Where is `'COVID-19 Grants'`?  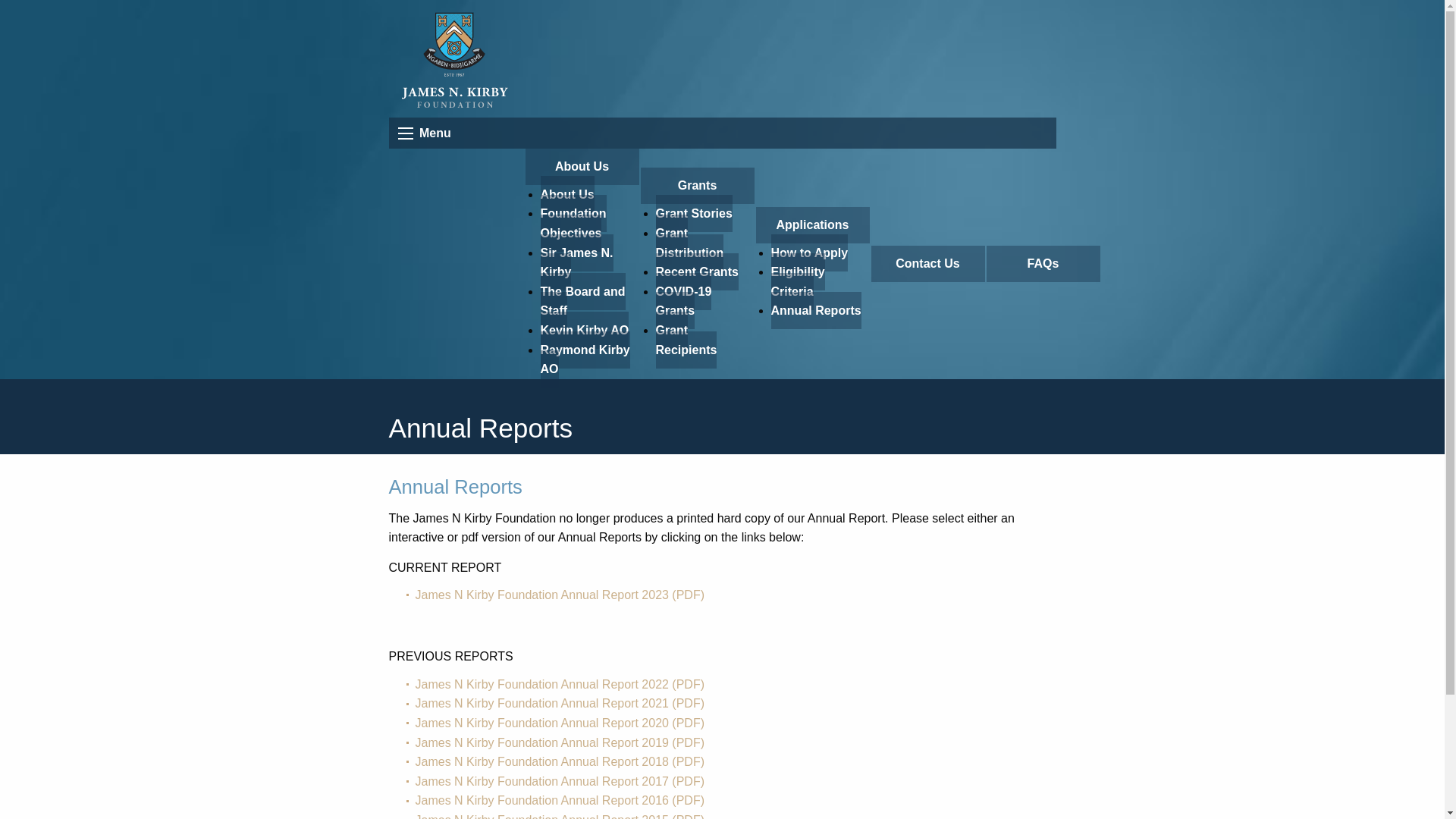 'COVID-19 Grants' is located at coordinates (682, 301).